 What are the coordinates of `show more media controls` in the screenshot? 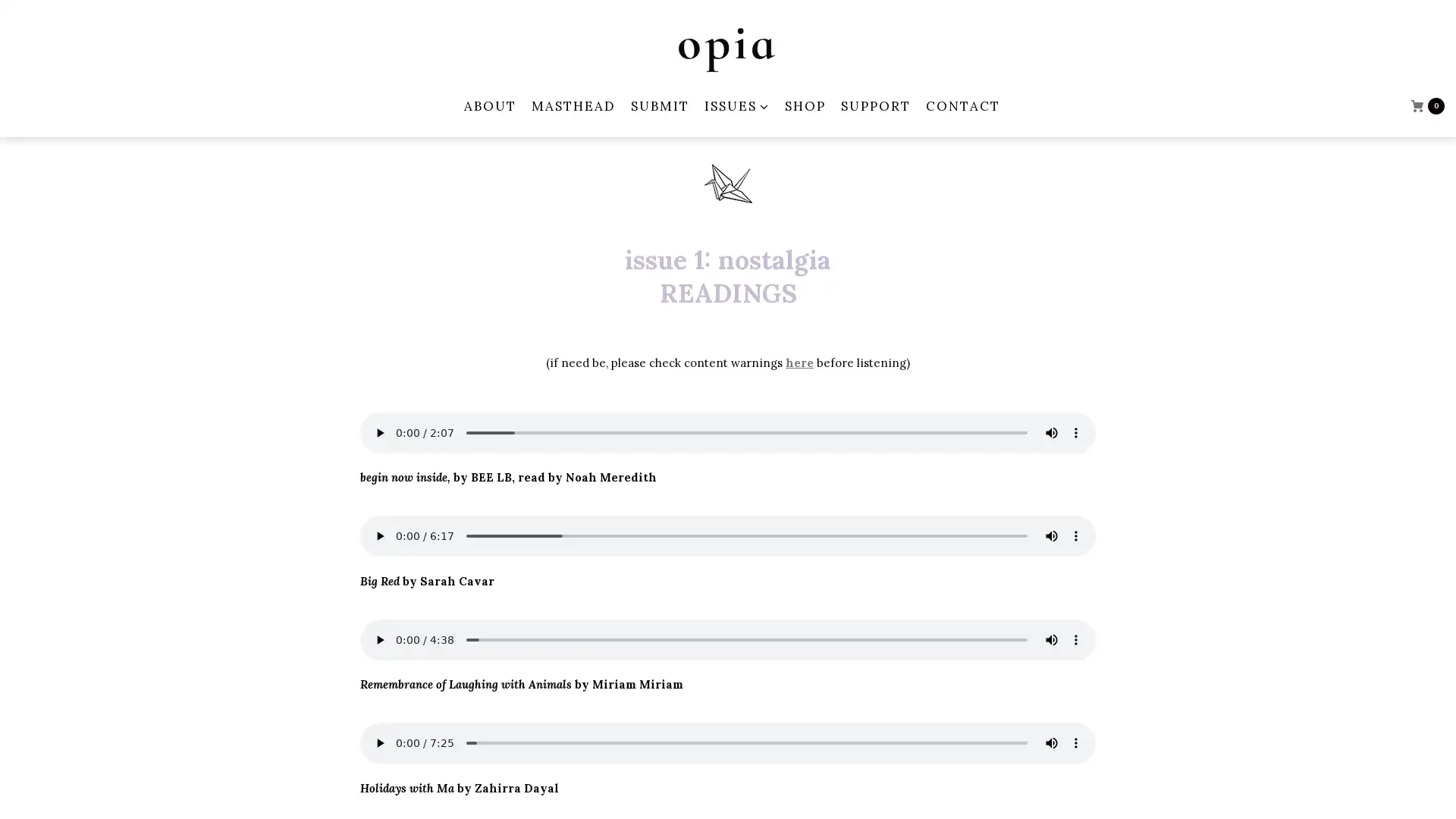 It's located at (1075, 742).